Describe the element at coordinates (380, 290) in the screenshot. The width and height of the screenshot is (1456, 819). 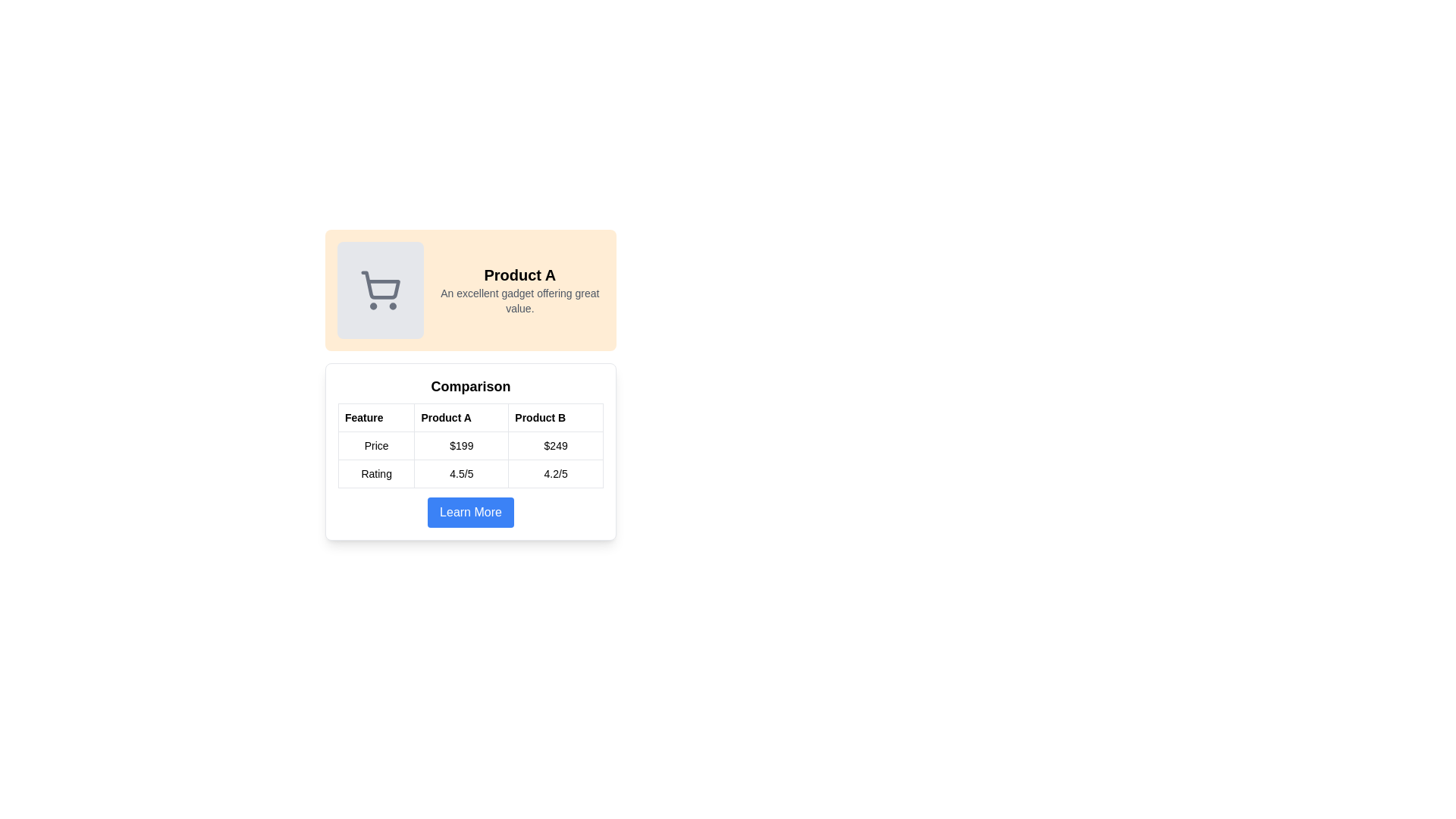
I see `the shopping cart icon, which is a gray SVG graphic featuring modern strokes and positioned to the left of the 'Product A' label` at that location.